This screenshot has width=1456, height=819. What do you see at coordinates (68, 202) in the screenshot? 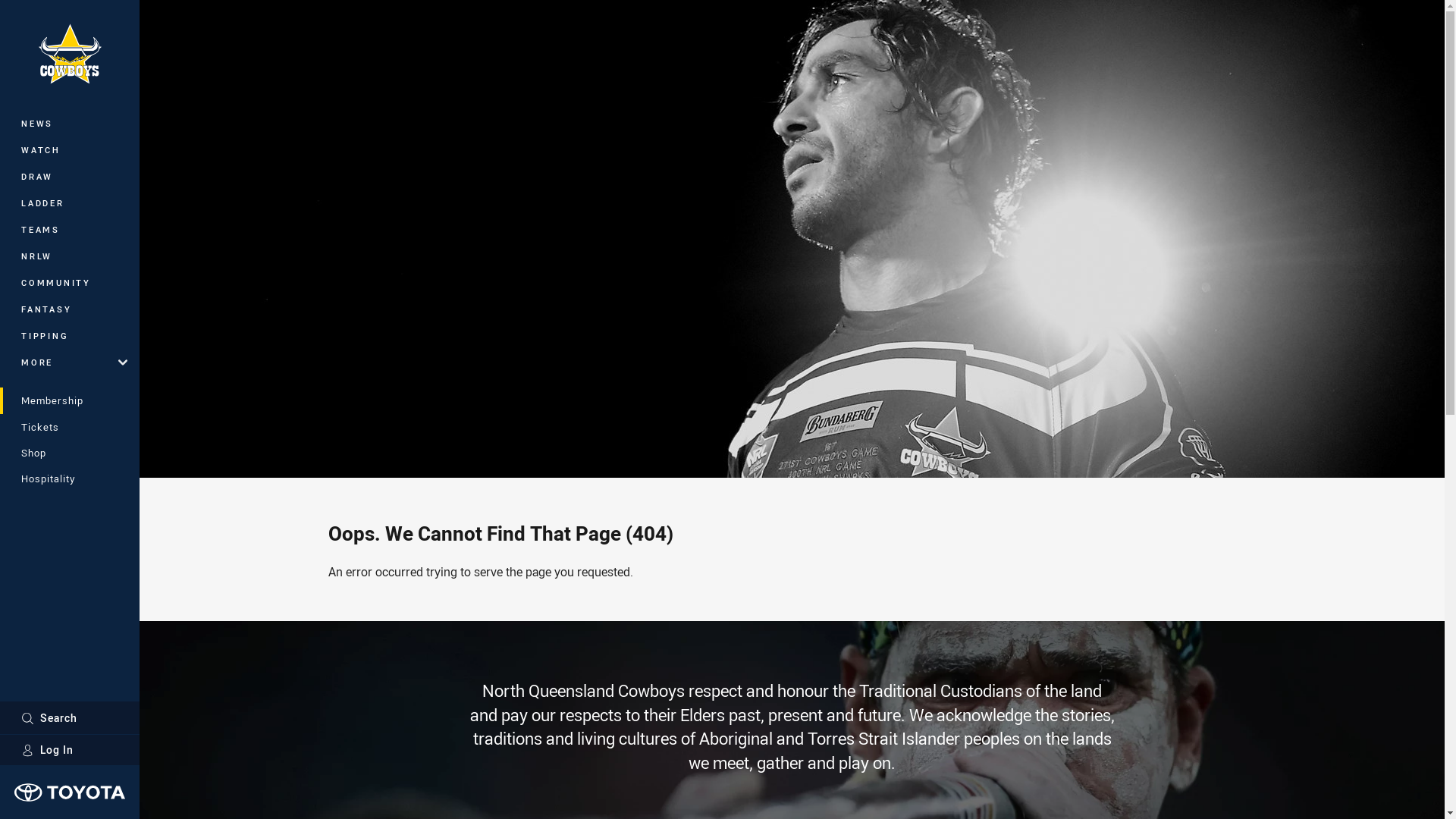
I see `'LADDER'` at bounding box center [68, 202].